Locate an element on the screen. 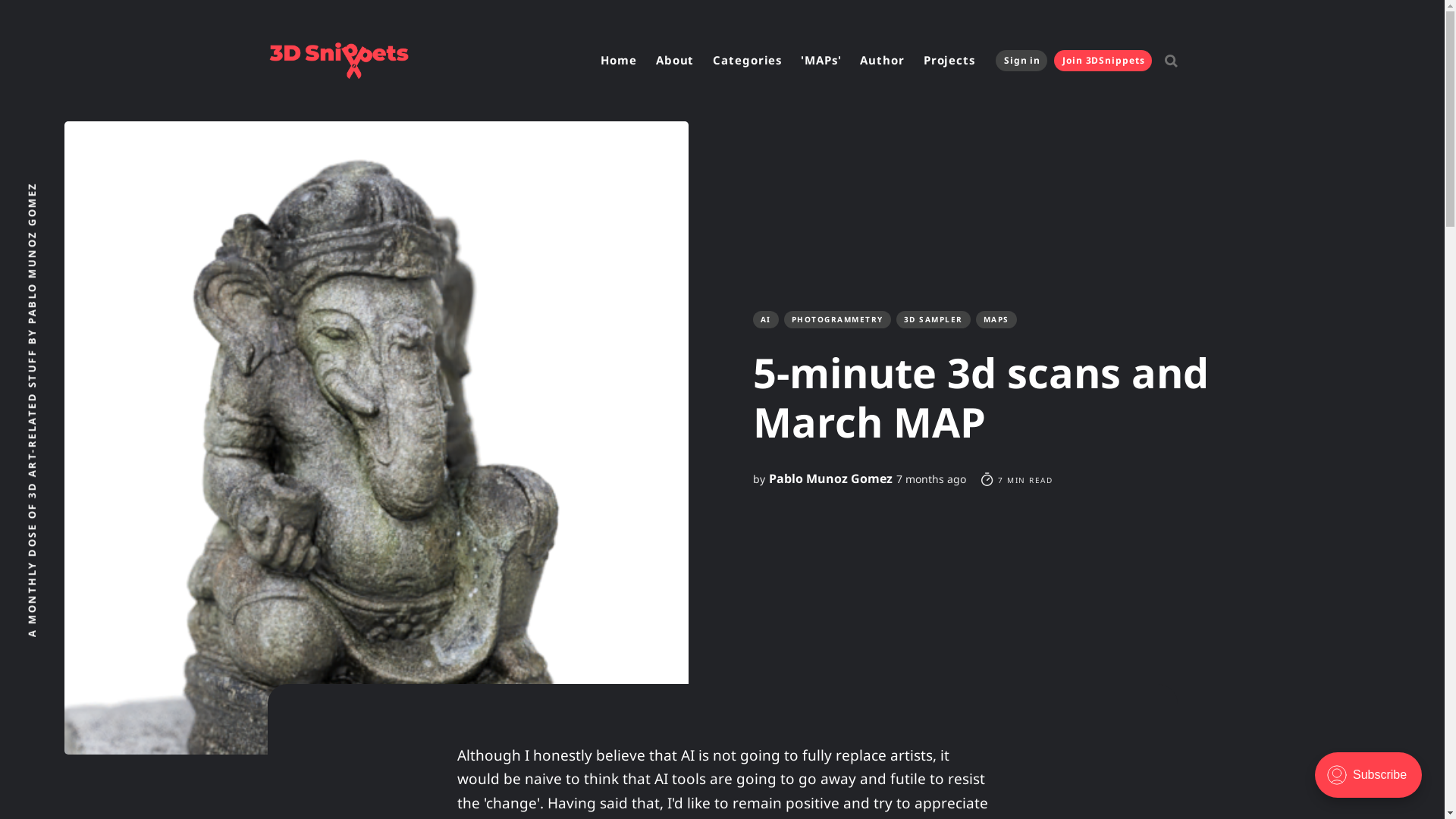 The width and height of the screenshot is (1456, 819). 'Pablo Munoz Gomez' is located at coordinates (830, 479).